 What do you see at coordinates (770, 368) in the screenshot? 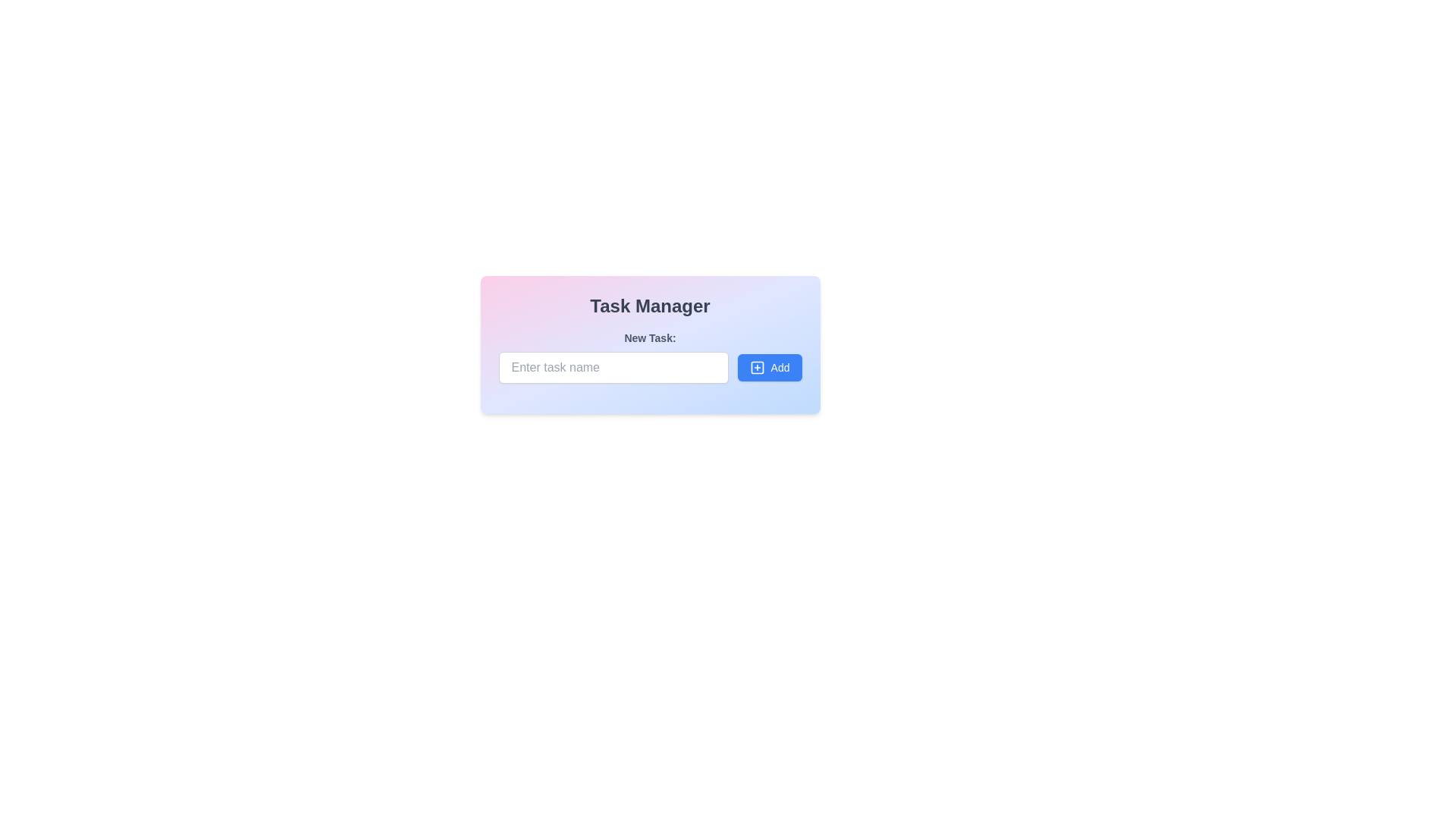
I see `the rectangular blue button with a 'plus' icon and 'Add' text` at bounding box center [770, 368].